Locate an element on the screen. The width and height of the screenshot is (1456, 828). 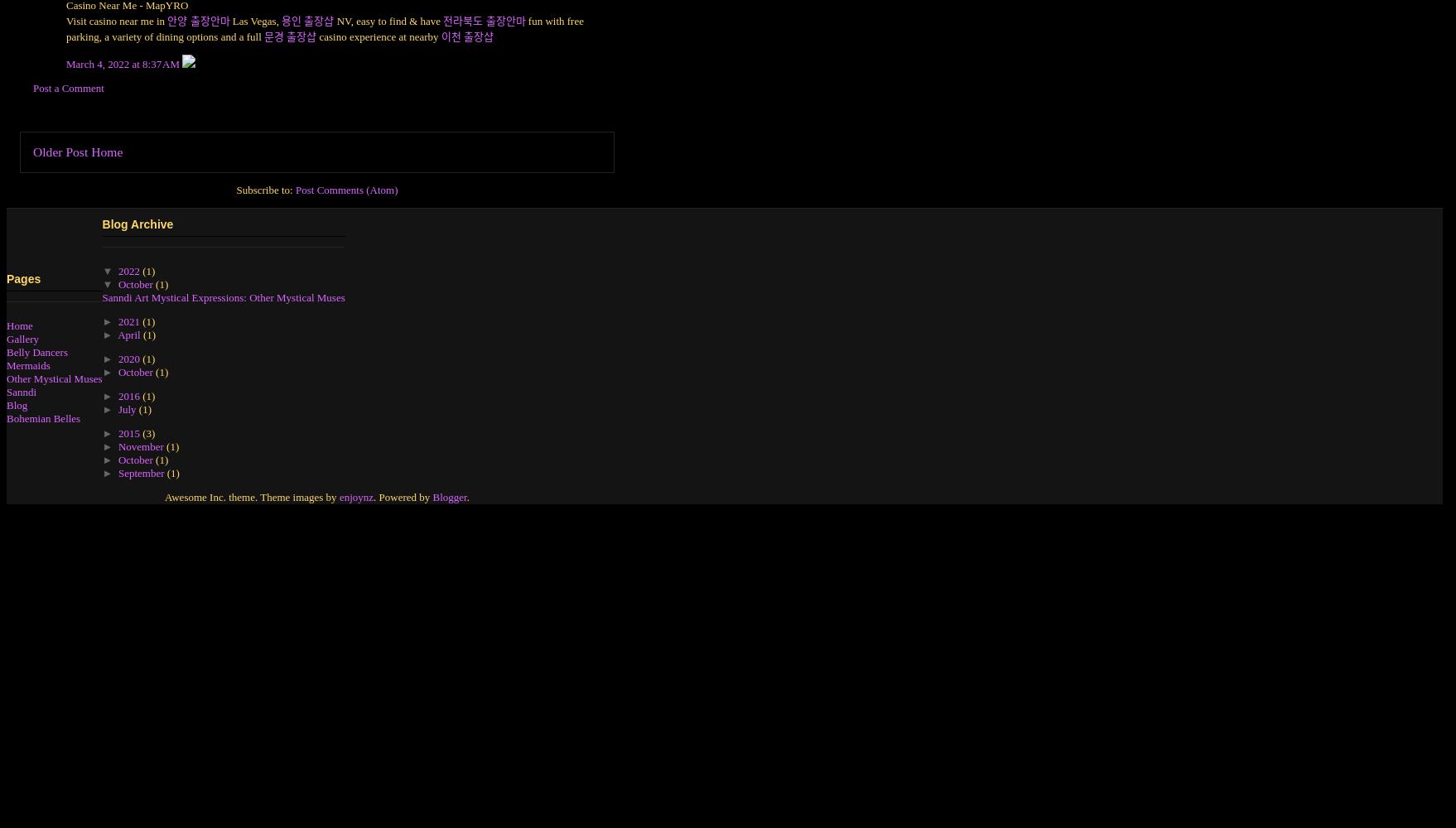
'Blogger' is located at coordinates (448, 495).